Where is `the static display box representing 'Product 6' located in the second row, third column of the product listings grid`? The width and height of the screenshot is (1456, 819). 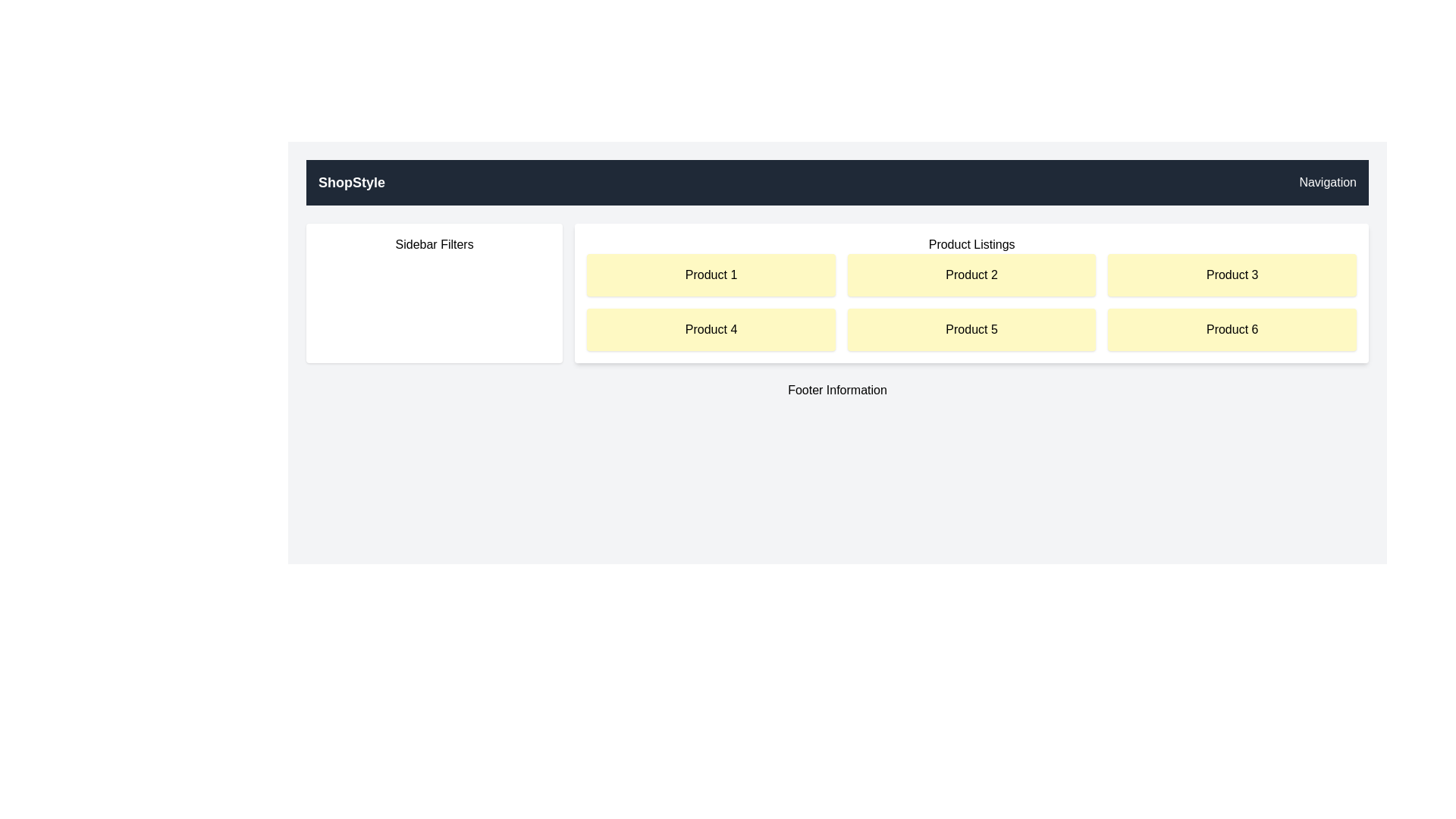
the static display box representing 'Product 6' located in the second row, third column of the product listings grid is located at coordinates (1232, 329).